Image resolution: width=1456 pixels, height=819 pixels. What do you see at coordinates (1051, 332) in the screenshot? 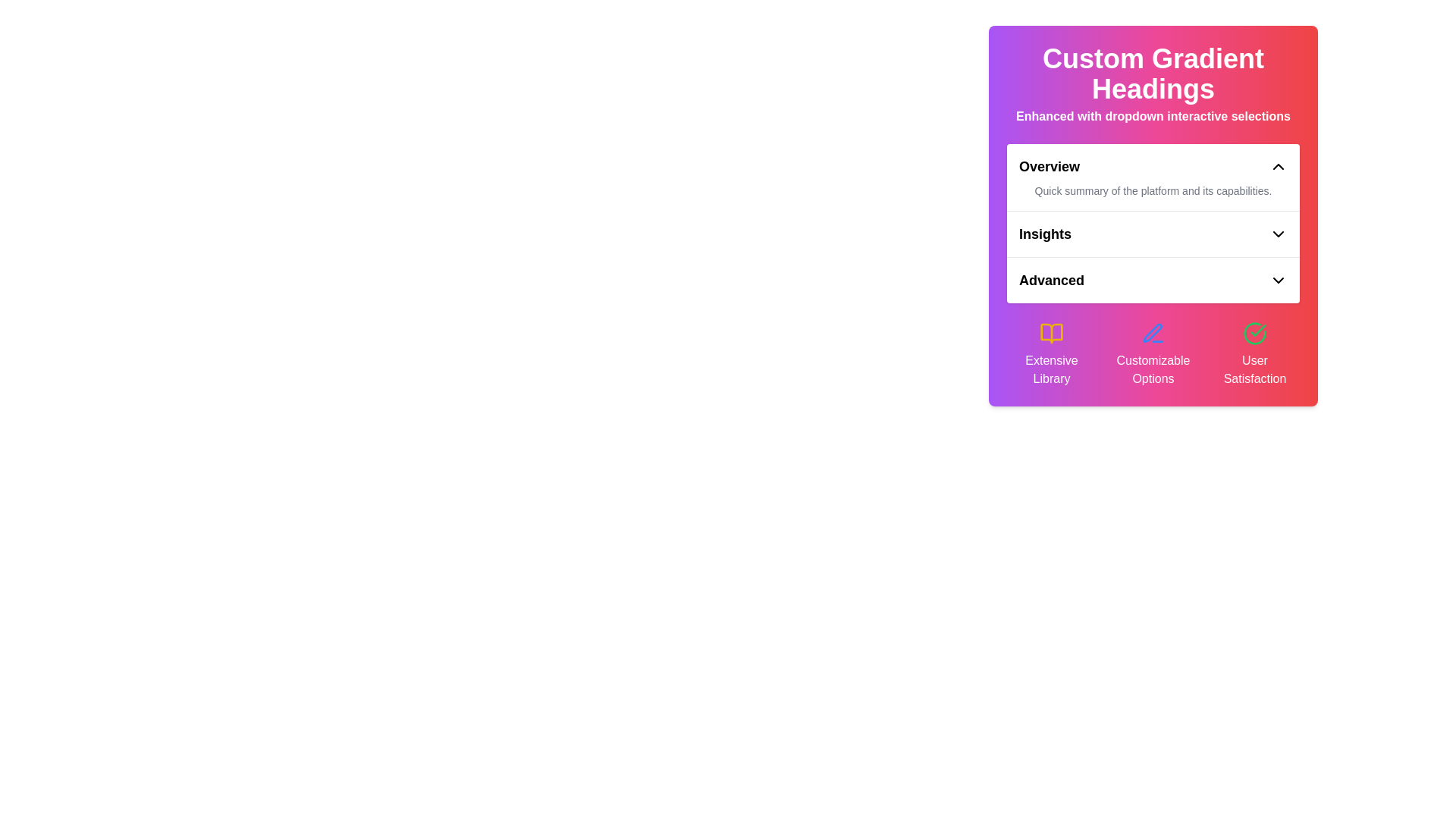
I see `the open book icon with a yellow hue, located above the 'Extensive Library' label` at bounding box center [1051, 332].